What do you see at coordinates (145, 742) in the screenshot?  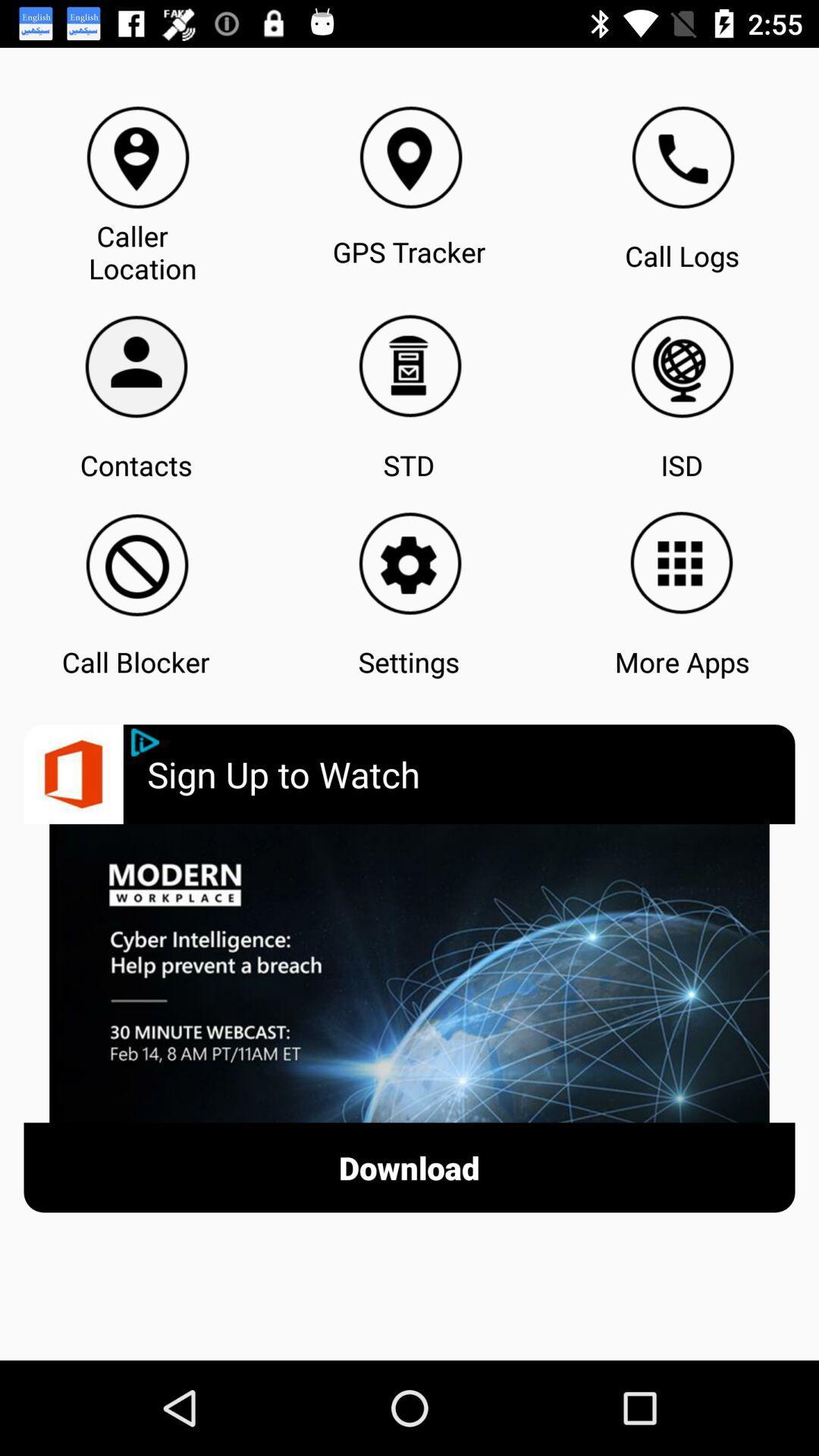 I see `options for this add` at bounding box center [145, 742].